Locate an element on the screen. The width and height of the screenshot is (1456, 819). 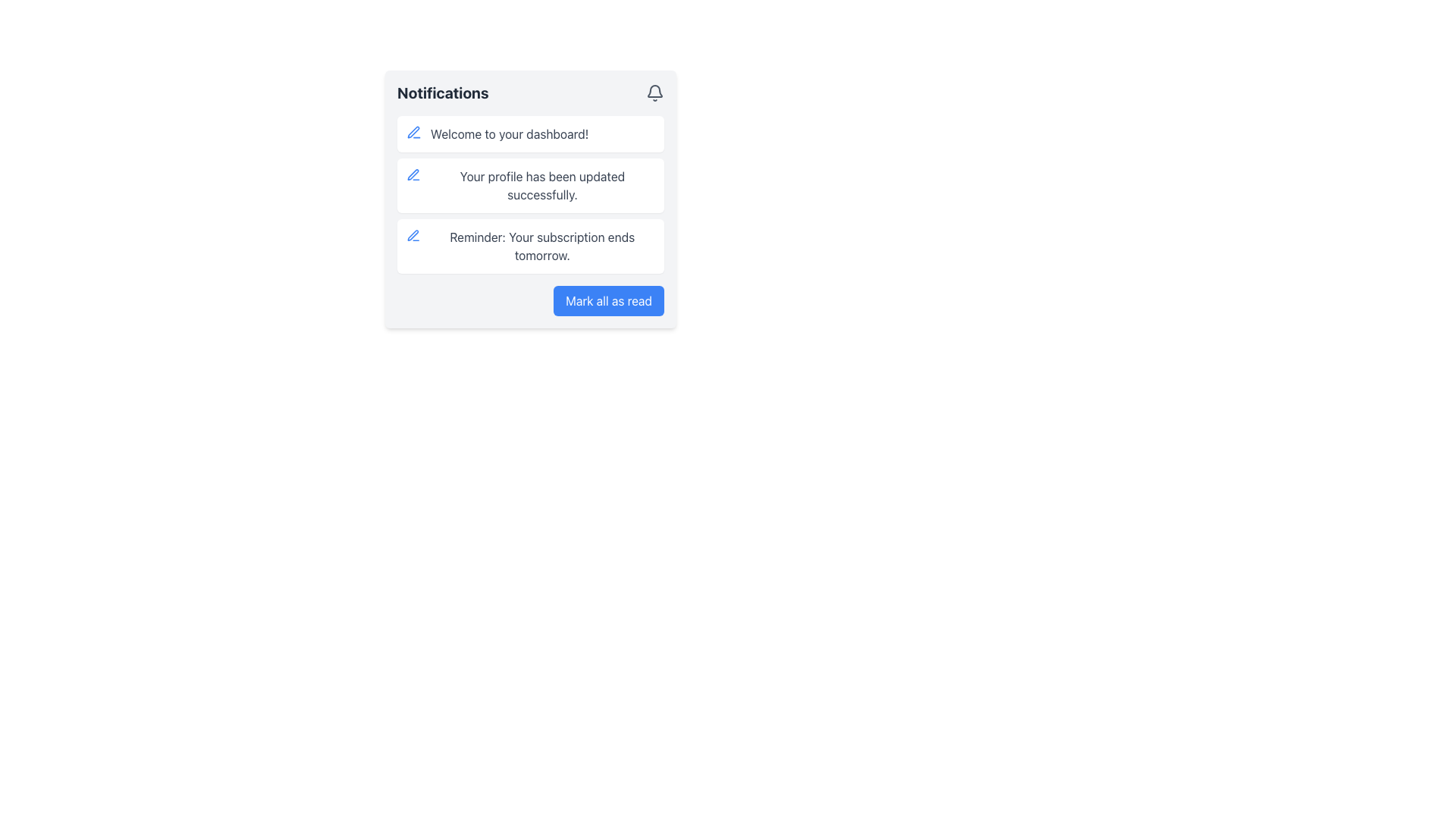
the edit icon located on the left side of the text in the second notification entry of the 'Notifications' panel, which indicates an edit or annotate action for the notification about profile update is located at coordinates (413, 174).